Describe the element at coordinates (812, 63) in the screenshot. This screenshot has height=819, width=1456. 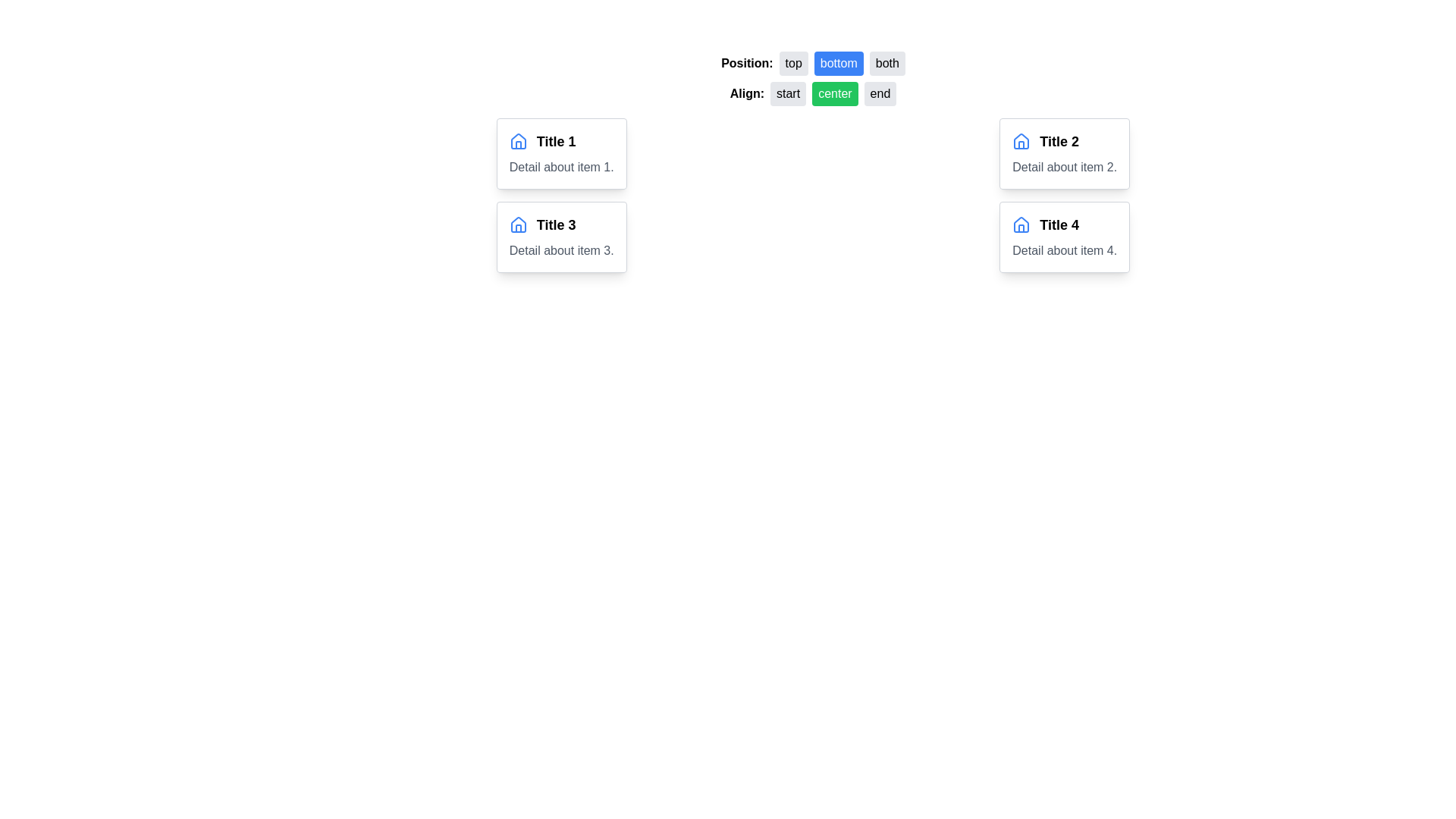
I see `the 'bottom' alignment button, which is the second button in the horizontal sequence under the 'Position:' label` at that location.